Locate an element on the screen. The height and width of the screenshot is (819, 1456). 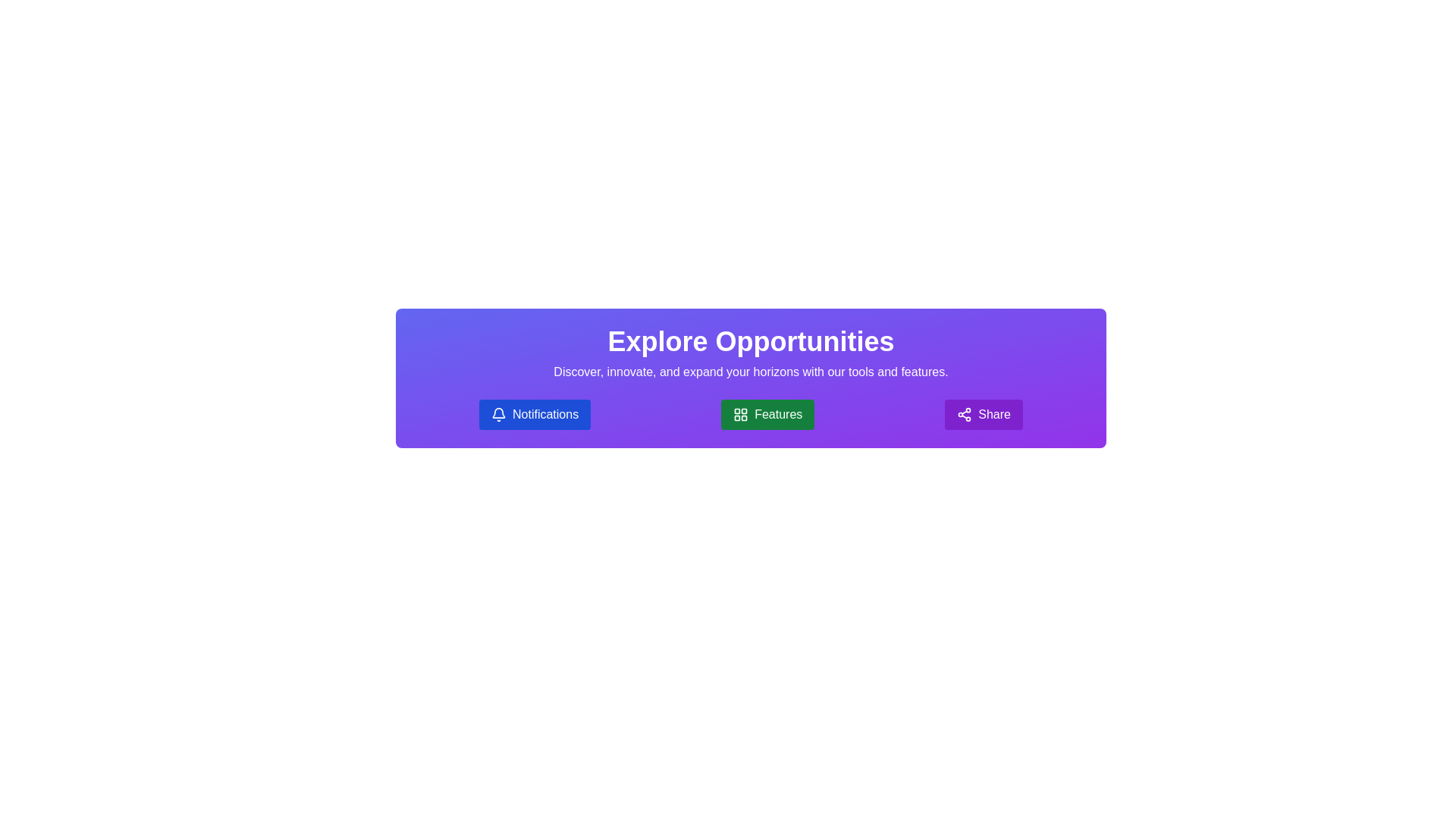
the buttons in the introductory section that provides options for 'Notifications,' 'Features,' or 'Share' is located at coordinates (751, 377).